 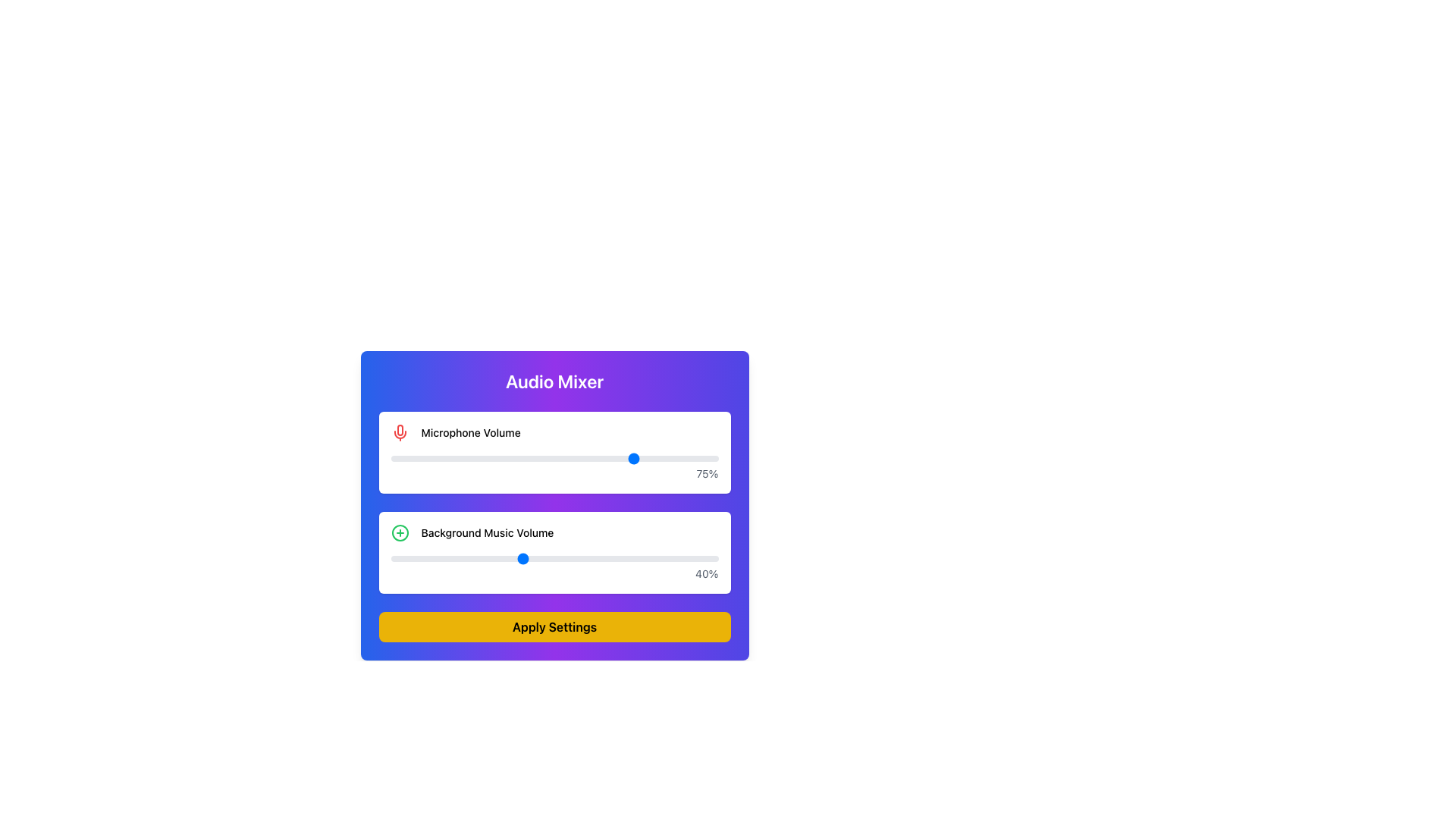 I want to click on the background music volume, so click(x=600, y=558).